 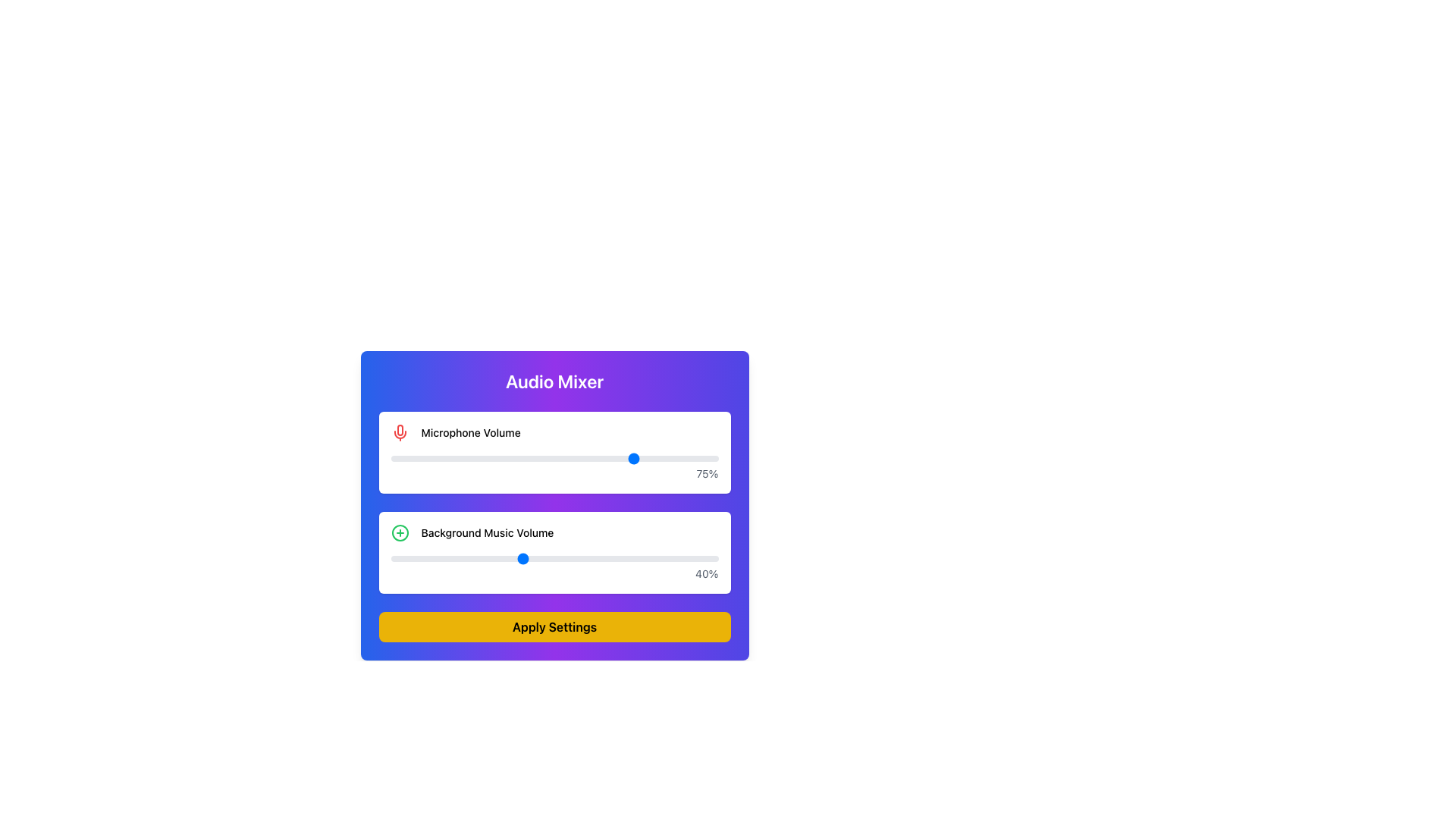 I want to click on the background music volume, so click(x=600, y=558).